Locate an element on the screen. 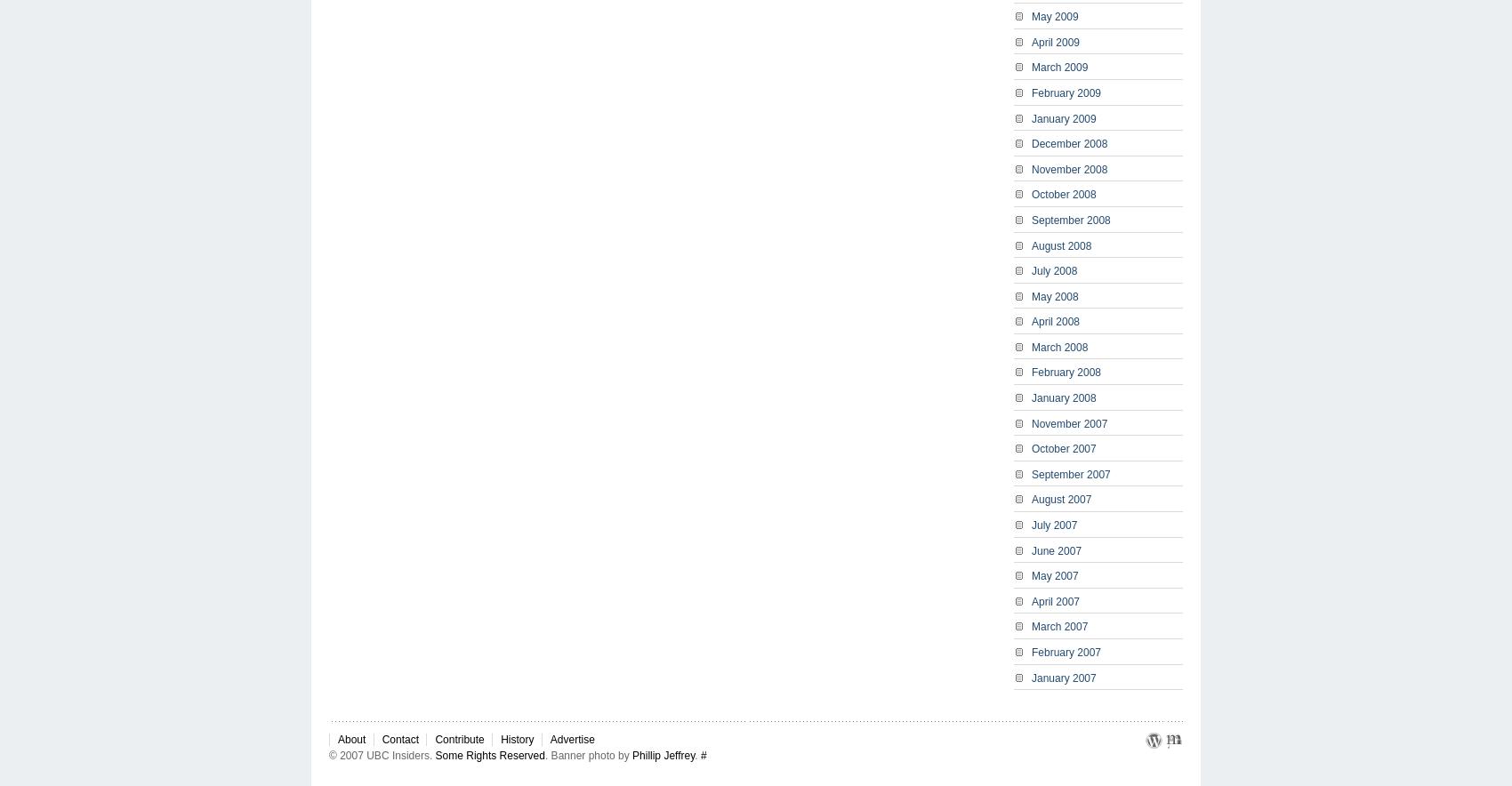 The width and height of the screenshot is (1512, 786). 'Phillip Jeffrey' is located at coordinates (631, 753).